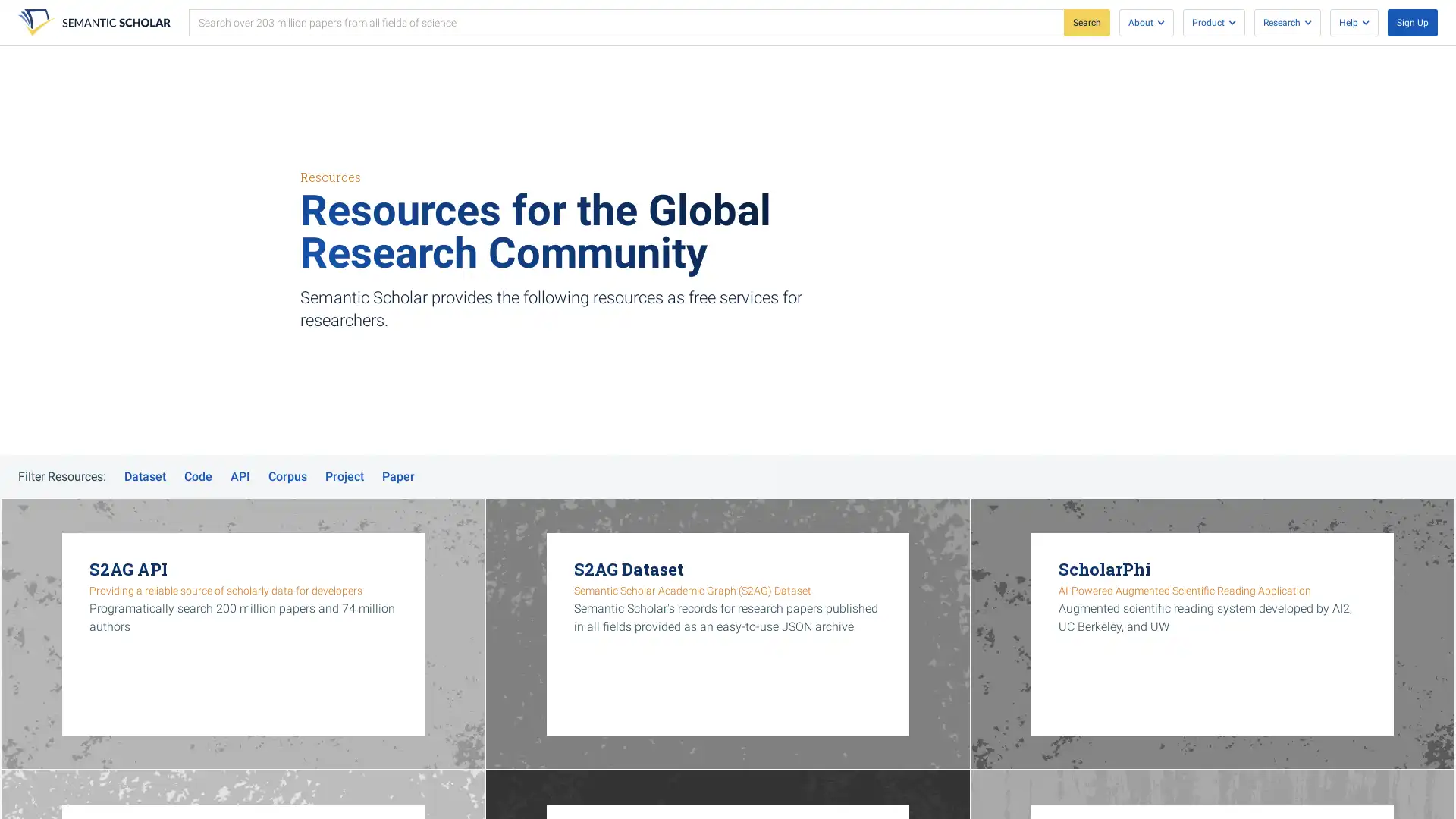  What do you see at coordinates (1086, 23) in the screenshot?
I see `Search` at bounding box center [1086, 23].